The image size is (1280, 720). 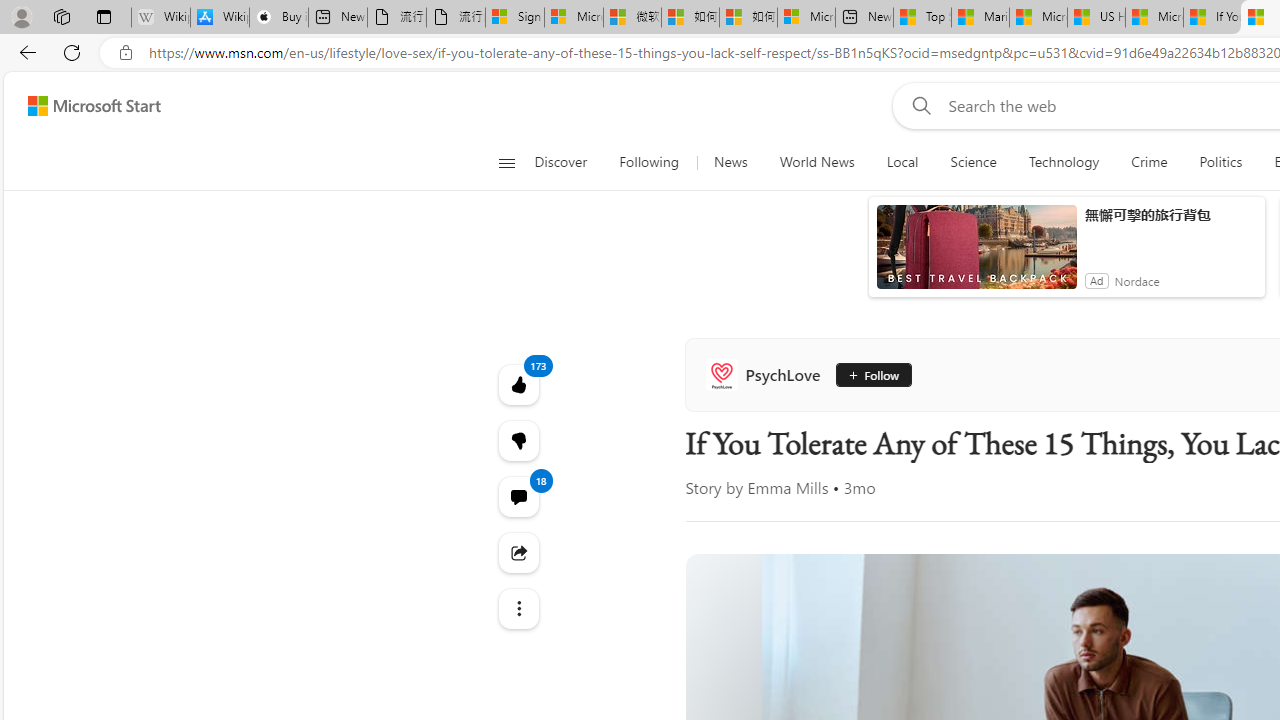 What do you see at coordinates (518, 608) in the screenshot?
I see `'Class: at-item'` at bounding box center [518, 608].